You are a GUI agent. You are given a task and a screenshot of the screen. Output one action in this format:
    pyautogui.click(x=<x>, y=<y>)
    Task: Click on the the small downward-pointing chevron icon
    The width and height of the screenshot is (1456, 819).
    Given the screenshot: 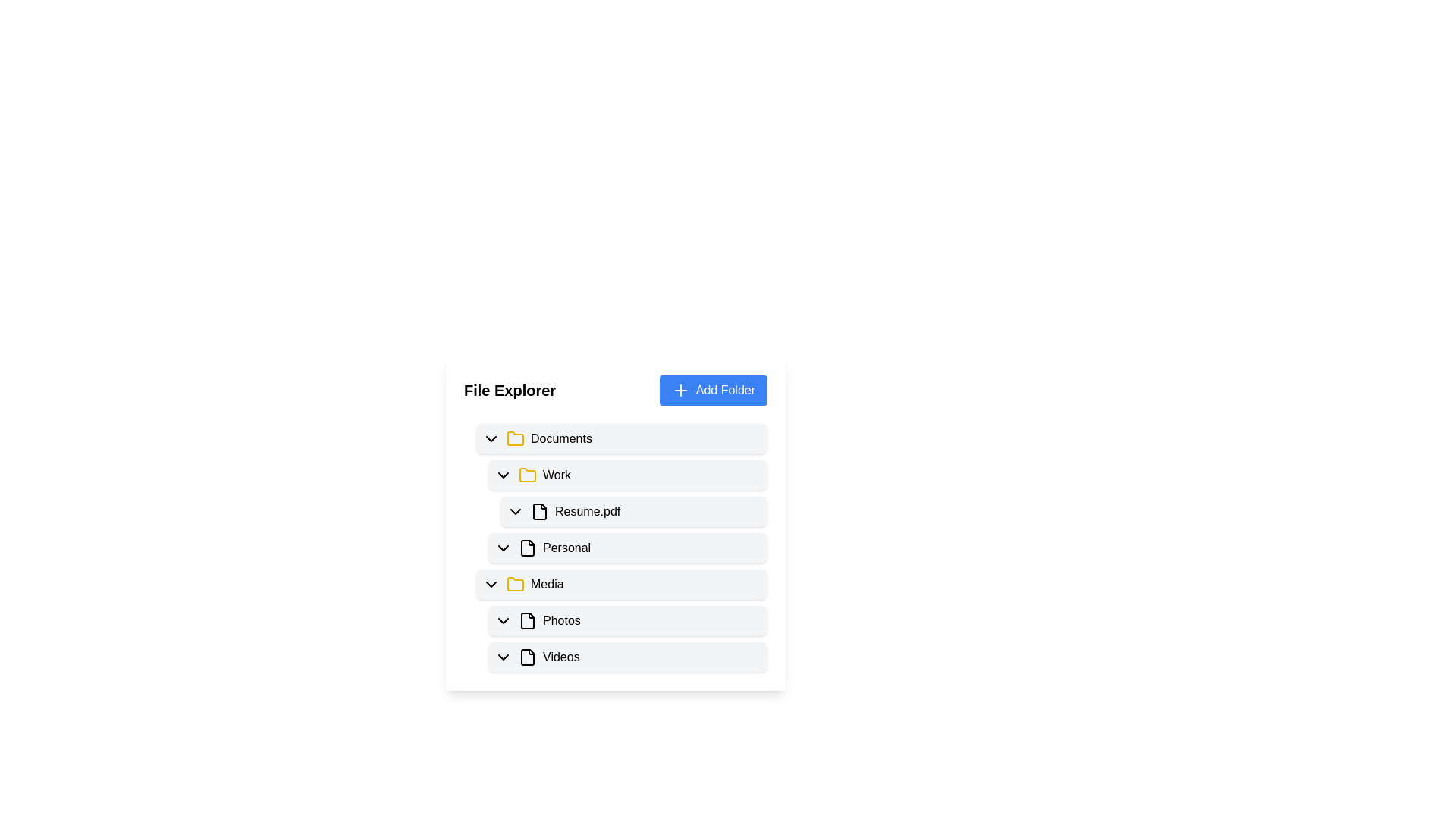 What is the action you would take?
    pyautogui.click(x=503, y=657)
    